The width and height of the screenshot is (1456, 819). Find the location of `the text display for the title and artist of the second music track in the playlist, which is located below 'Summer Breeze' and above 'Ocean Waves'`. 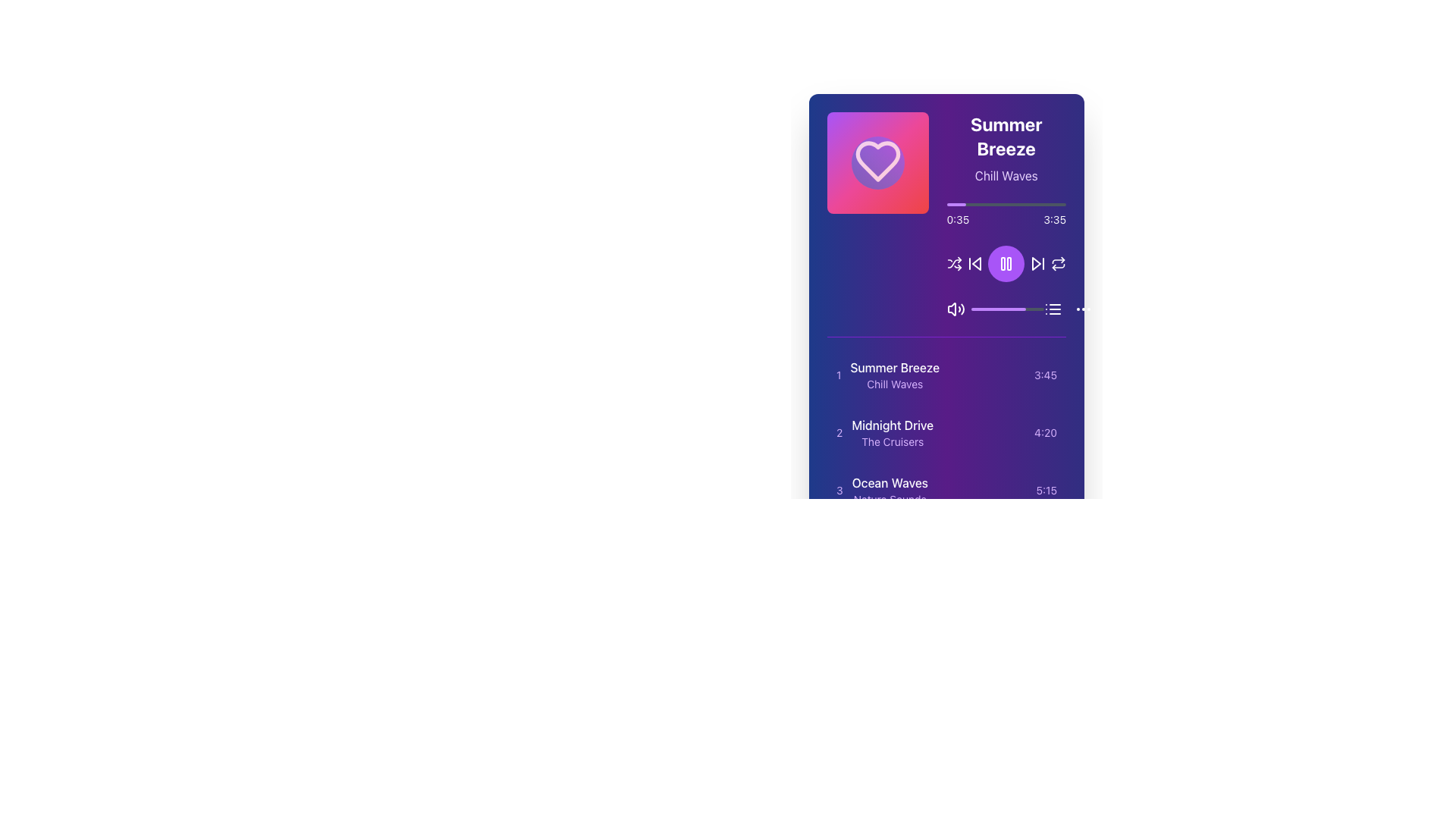

the text display for the title and artist of the second music track in the playlist, which is located below 'Summer Breeze' and above 'Ocean Waves' is located at coordinates (893, 432).